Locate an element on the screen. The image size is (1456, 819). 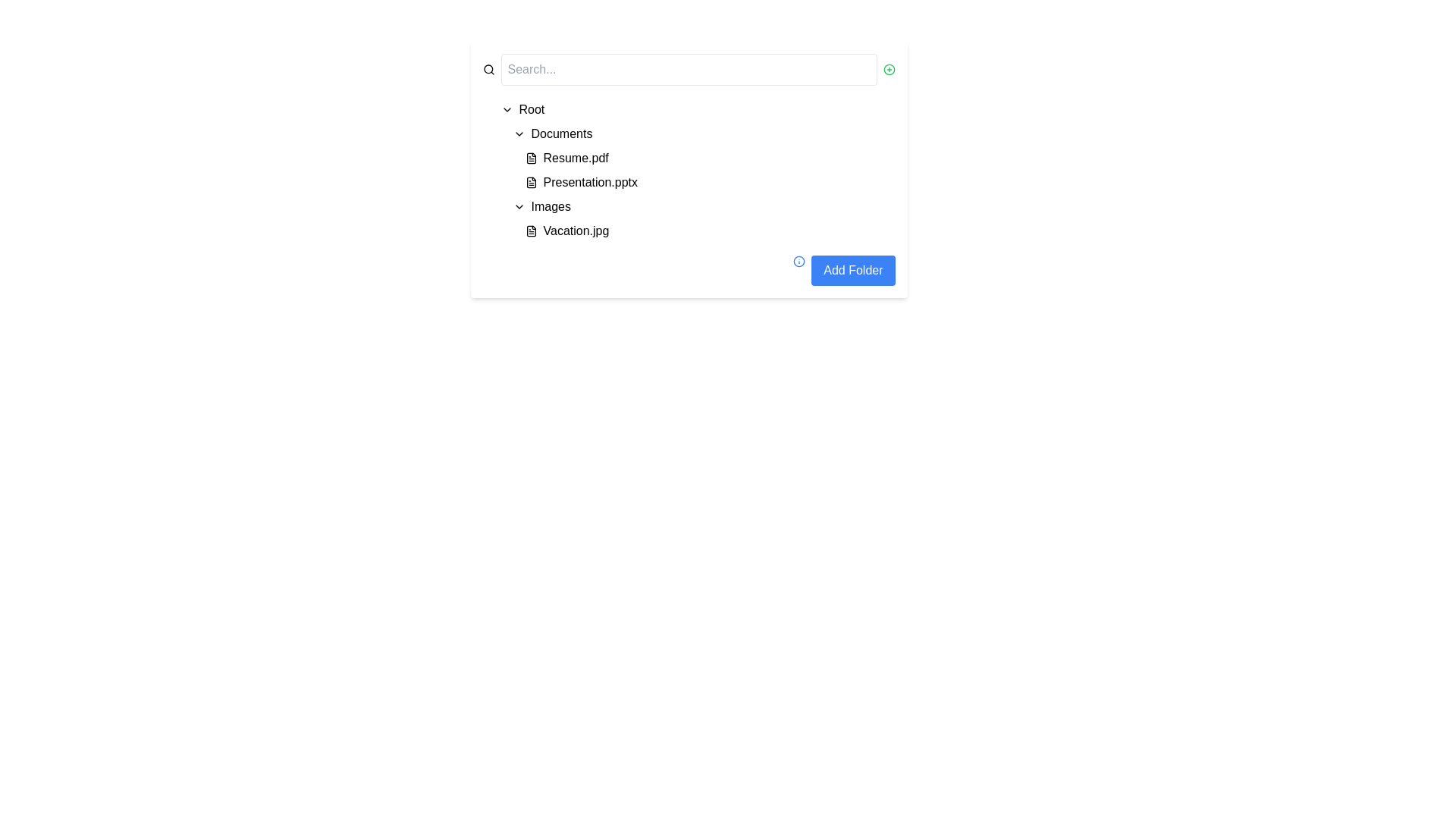
the text input field located centrally within the horizontal bar at the top of the layout is located at coordinates (688, 70).